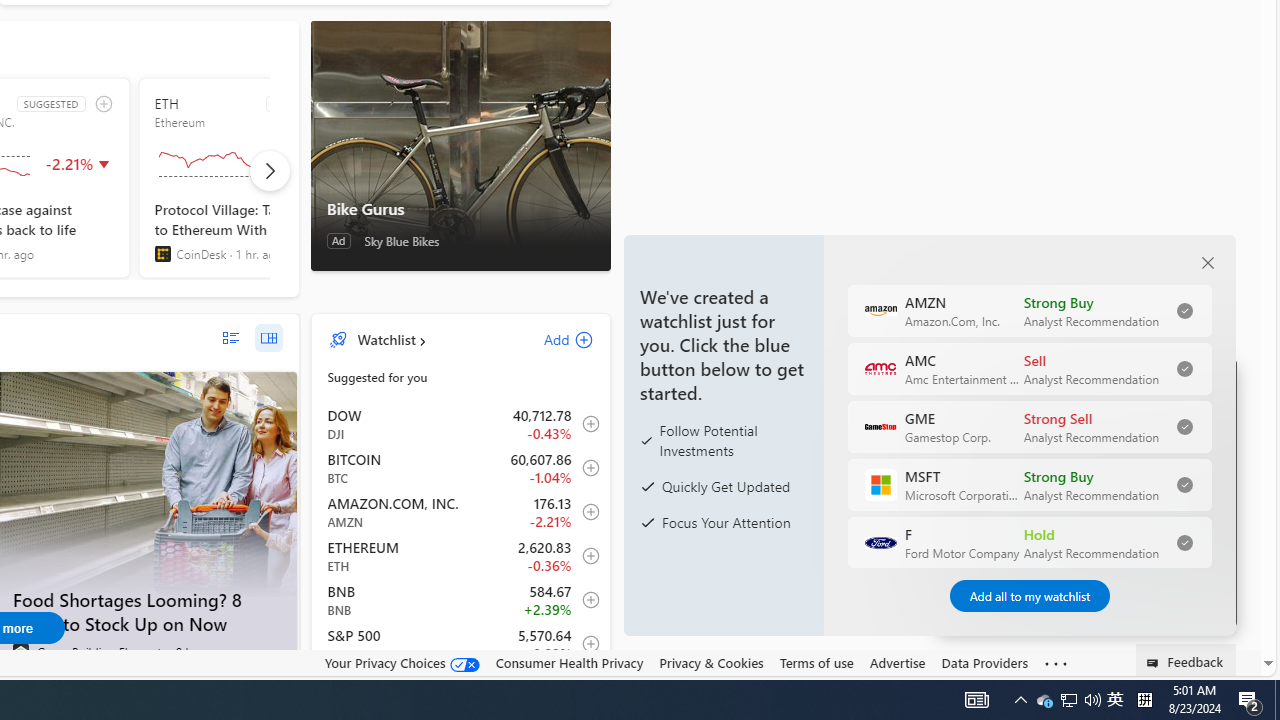 The height and width of the screenshot is (720, 1280). Describe the element at coordinates (984, 662) in the screenshot. I see `'Data Providers'` at that location.